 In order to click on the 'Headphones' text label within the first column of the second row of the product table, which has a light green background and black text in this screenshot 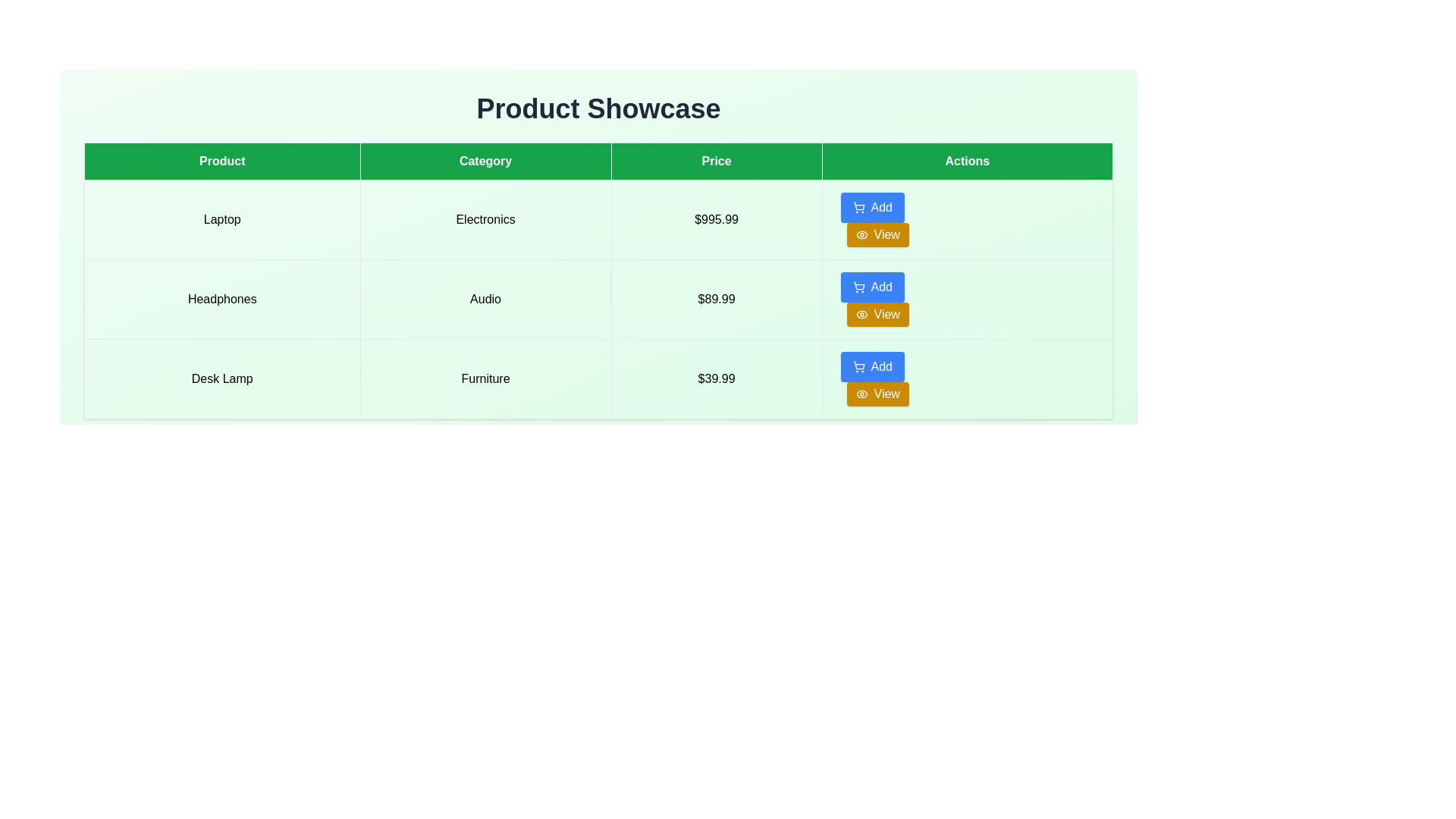, I will do `click(221, 299)`.